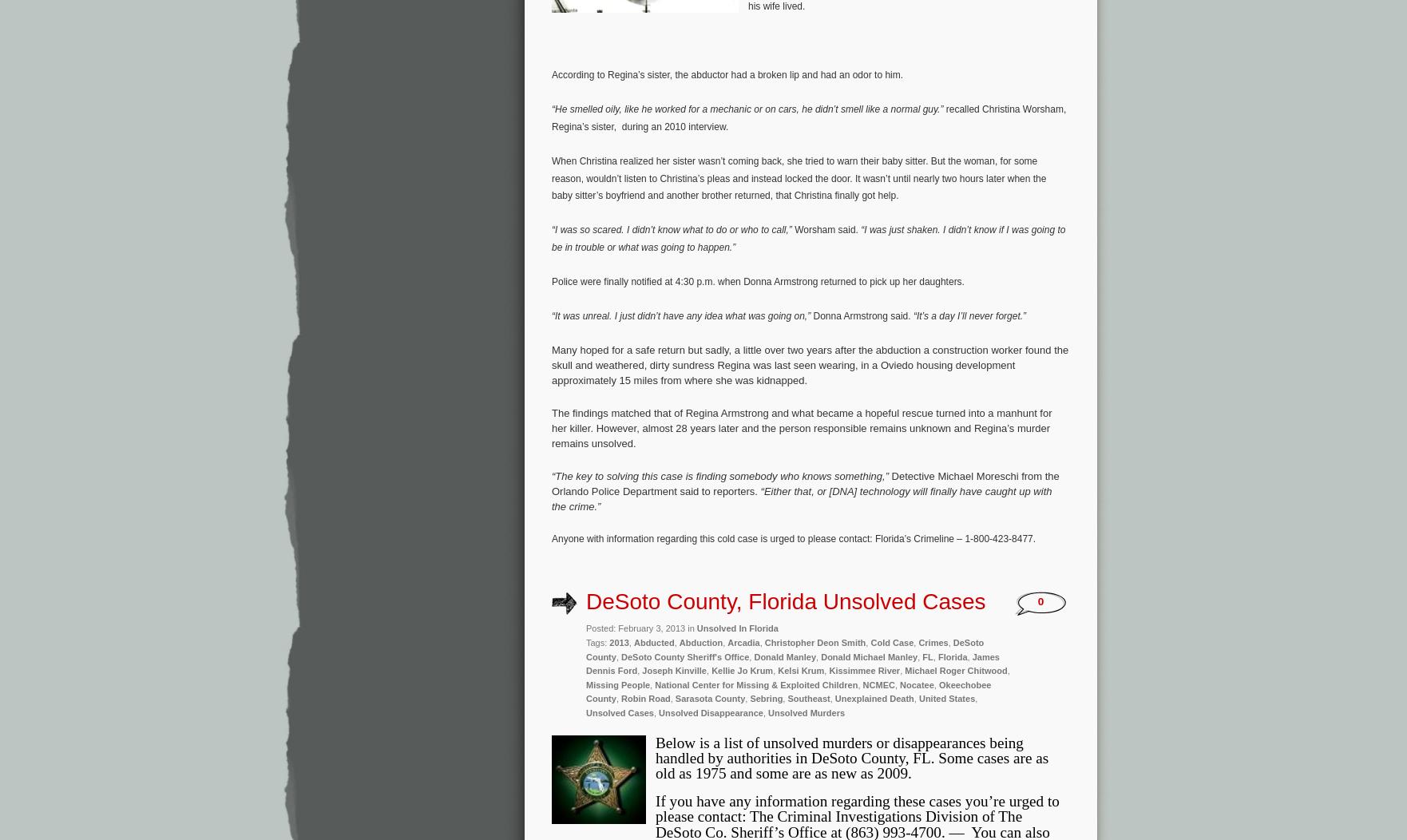 Image resolution: width=1407 pixels, height=840 pixels. What do you see at coordinates (968, 315) in the screenshot?
I see `'“It’s a day I’ll never forget.”'` at bounding box center [968, 315].